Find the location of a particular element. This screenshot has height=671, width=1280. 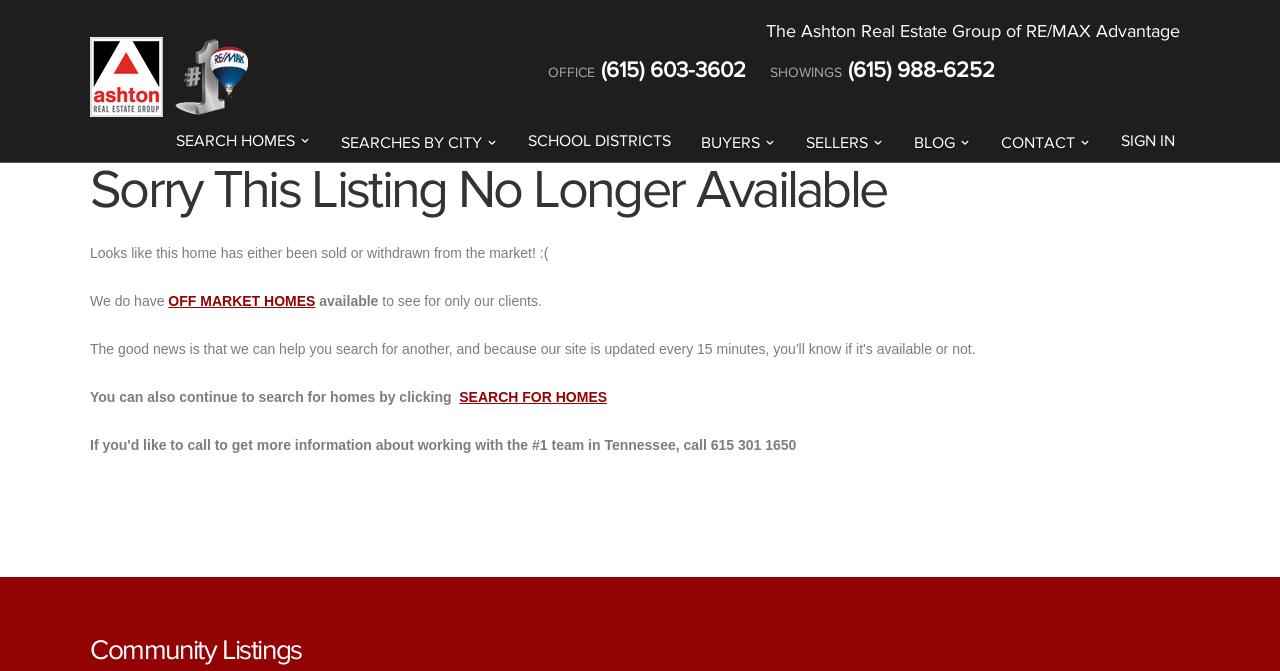

'If you'd like to call to get more information about working with the #1 team in Tennessee, call 615 301 1650' is located at coordinates (88, 443).